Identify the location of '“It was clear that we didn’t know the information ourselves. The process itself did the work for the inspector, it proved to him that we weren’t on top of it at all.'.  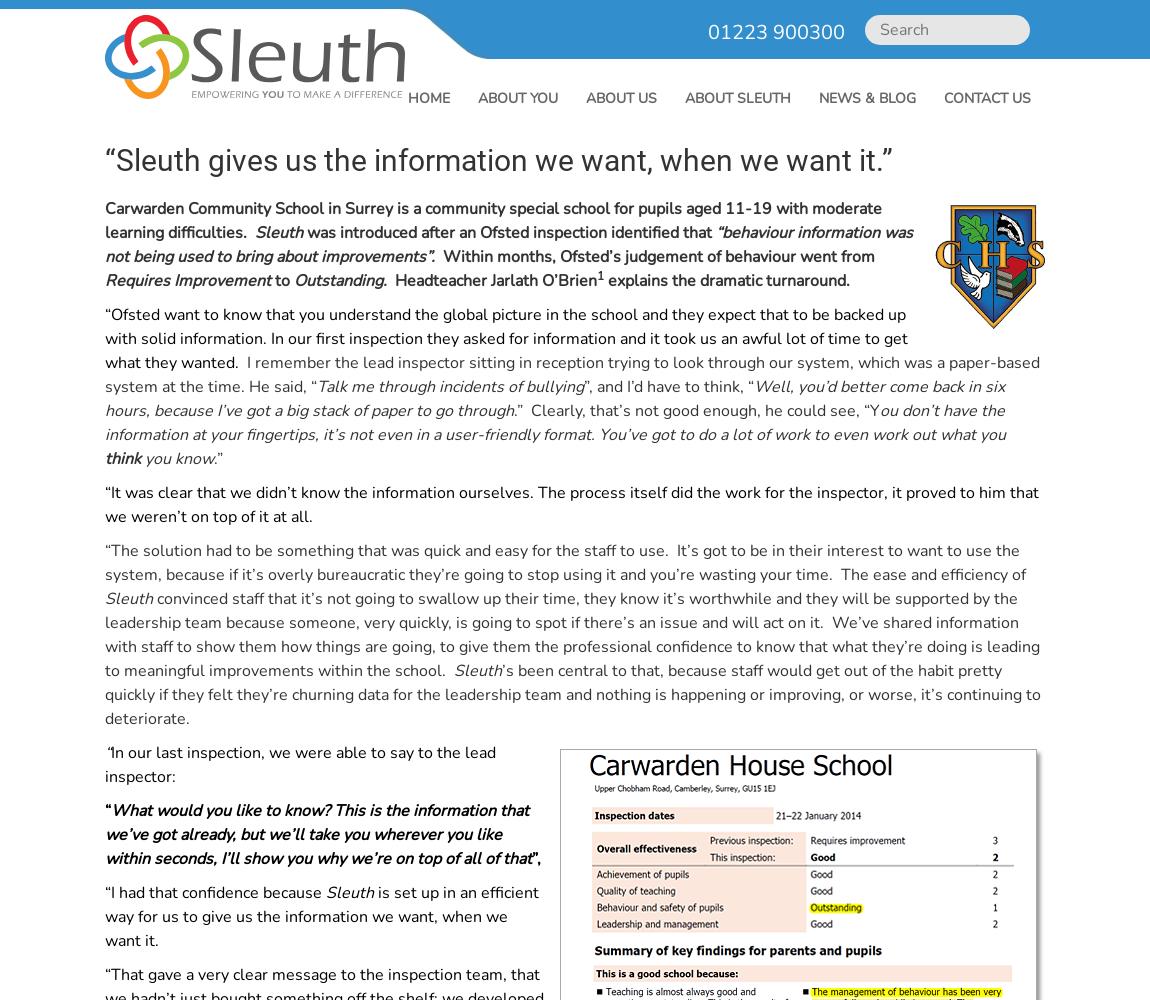
(572, 505).